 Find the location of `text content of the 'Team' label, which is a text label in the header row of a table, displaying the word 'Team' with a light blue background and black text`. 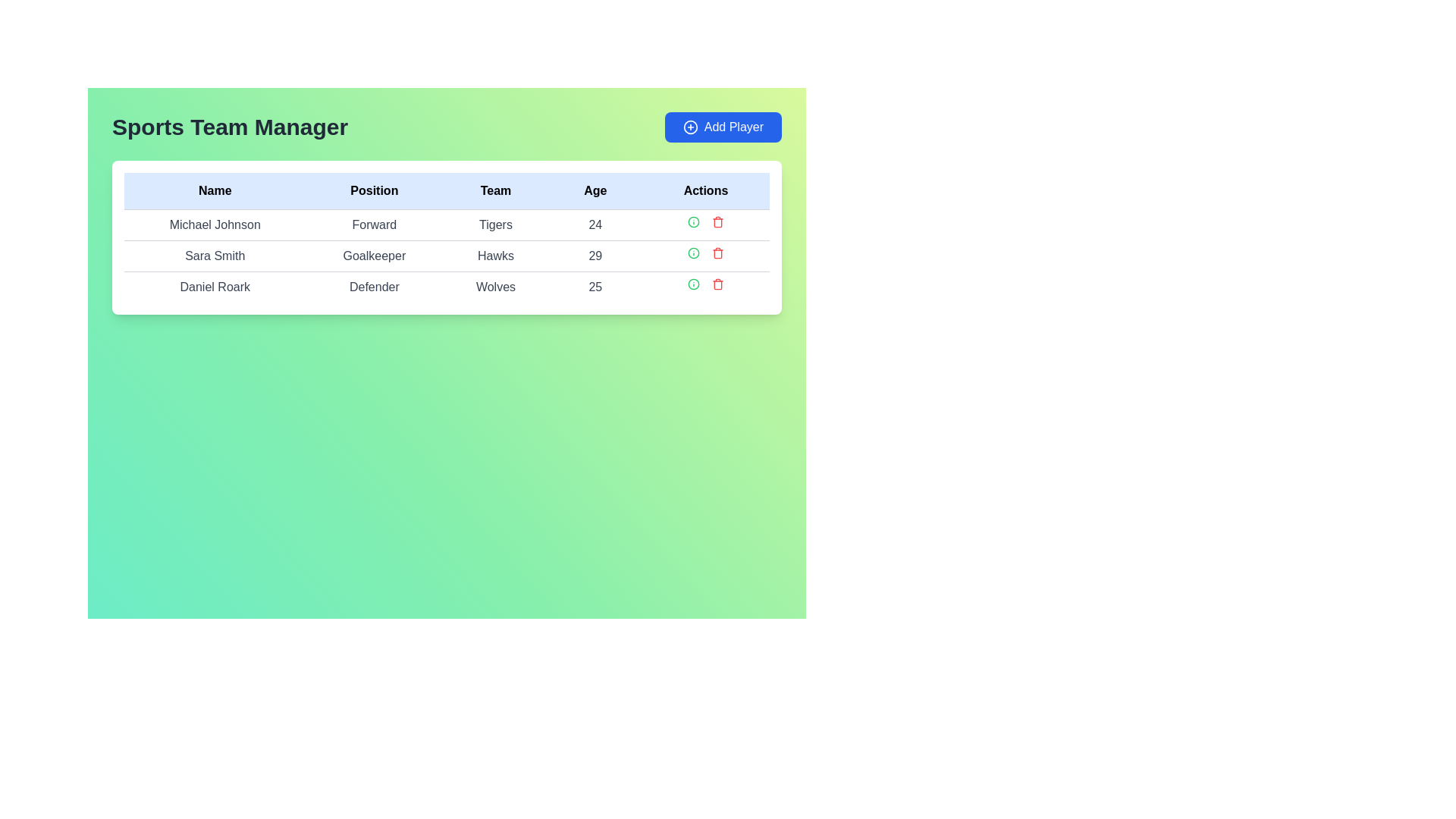

text content of the 'Team' label, which is a text label in the header row of a table, displaying the word 'Team' with a light blue background and black text is located at coordinates (495, 190).